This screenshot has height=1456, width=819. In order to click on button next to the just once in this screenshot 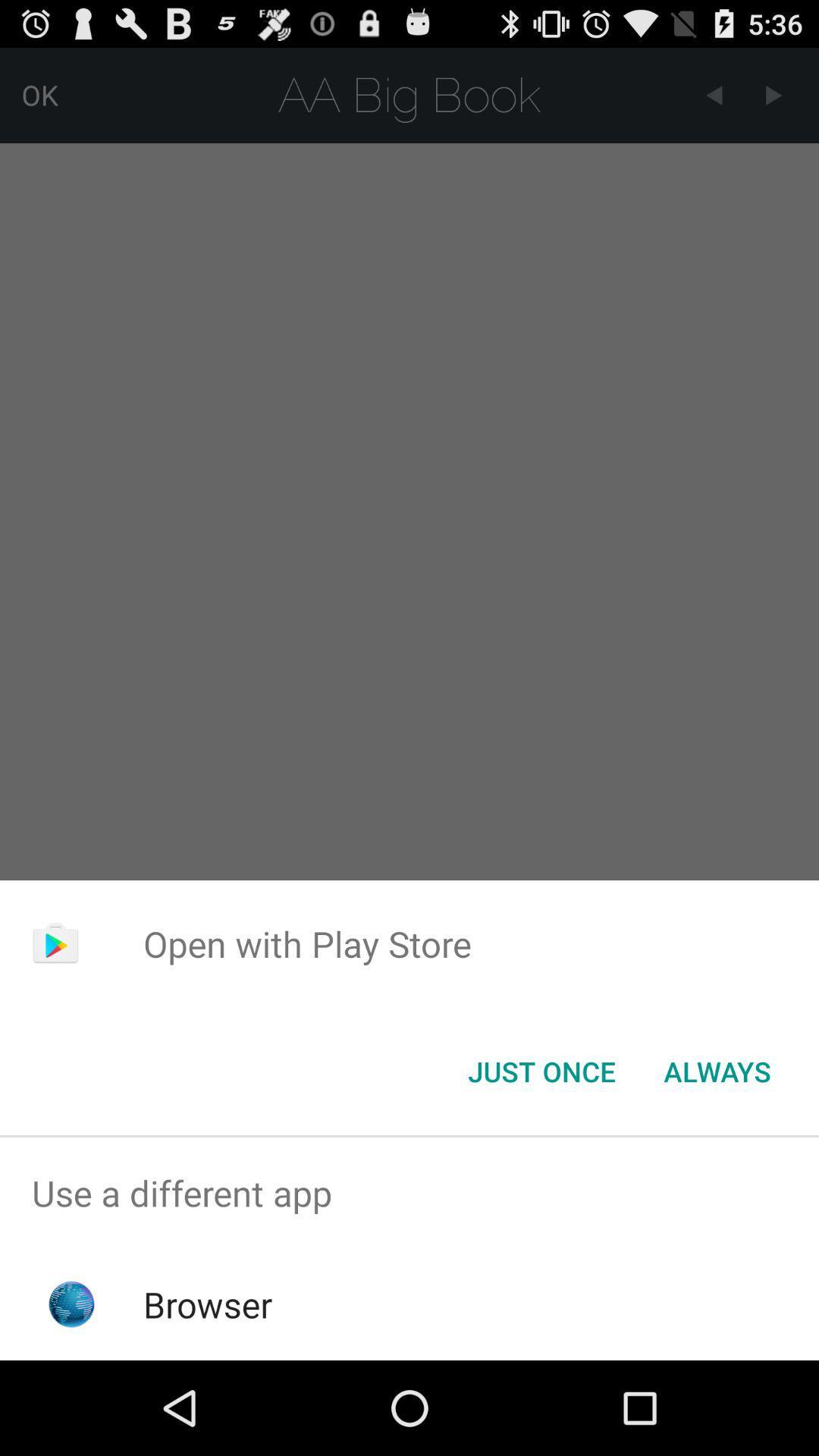, I will do `click(717, 1070)`.